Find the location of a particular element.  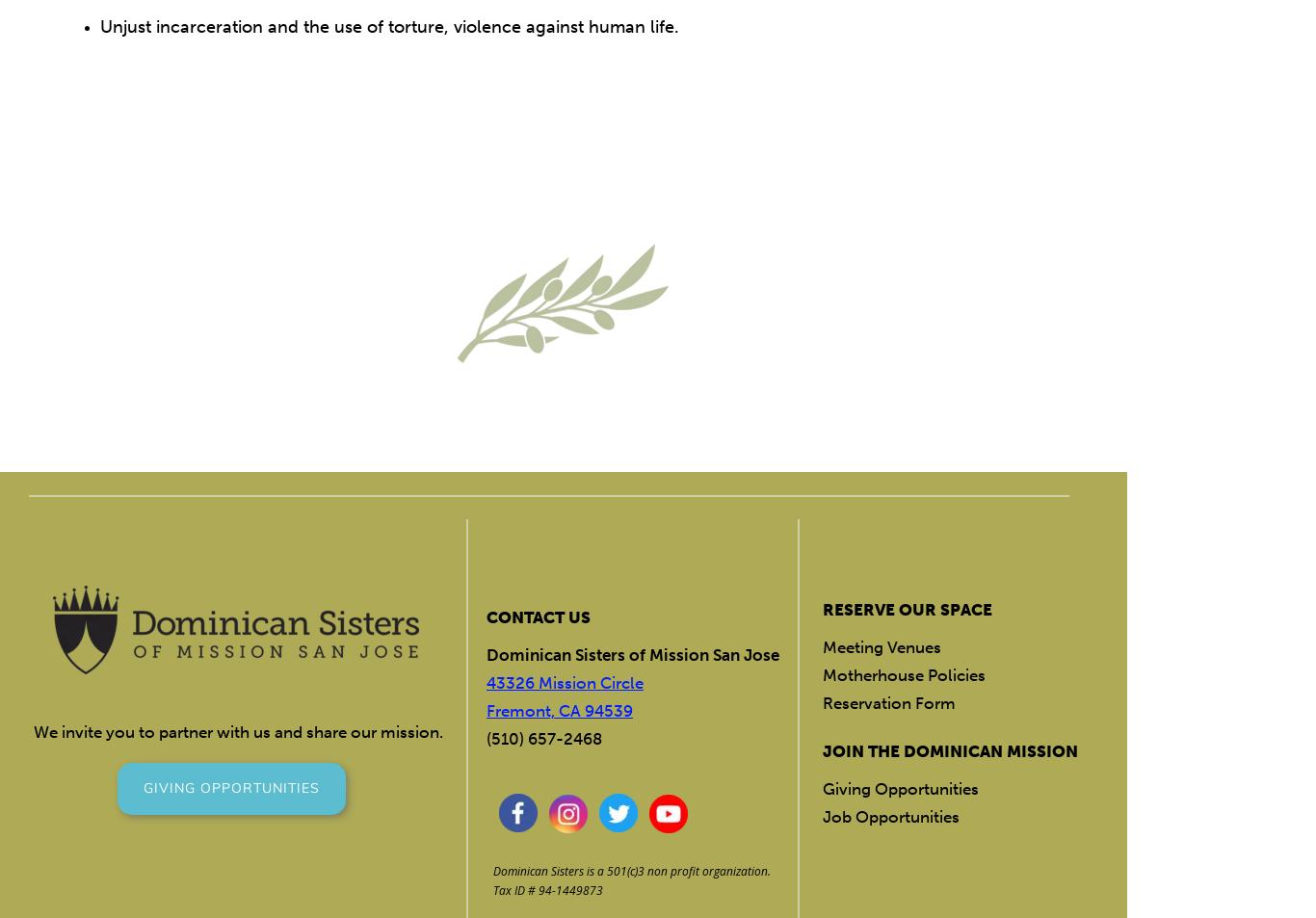

'CONTACT US' is located at coordinates (487, 616).